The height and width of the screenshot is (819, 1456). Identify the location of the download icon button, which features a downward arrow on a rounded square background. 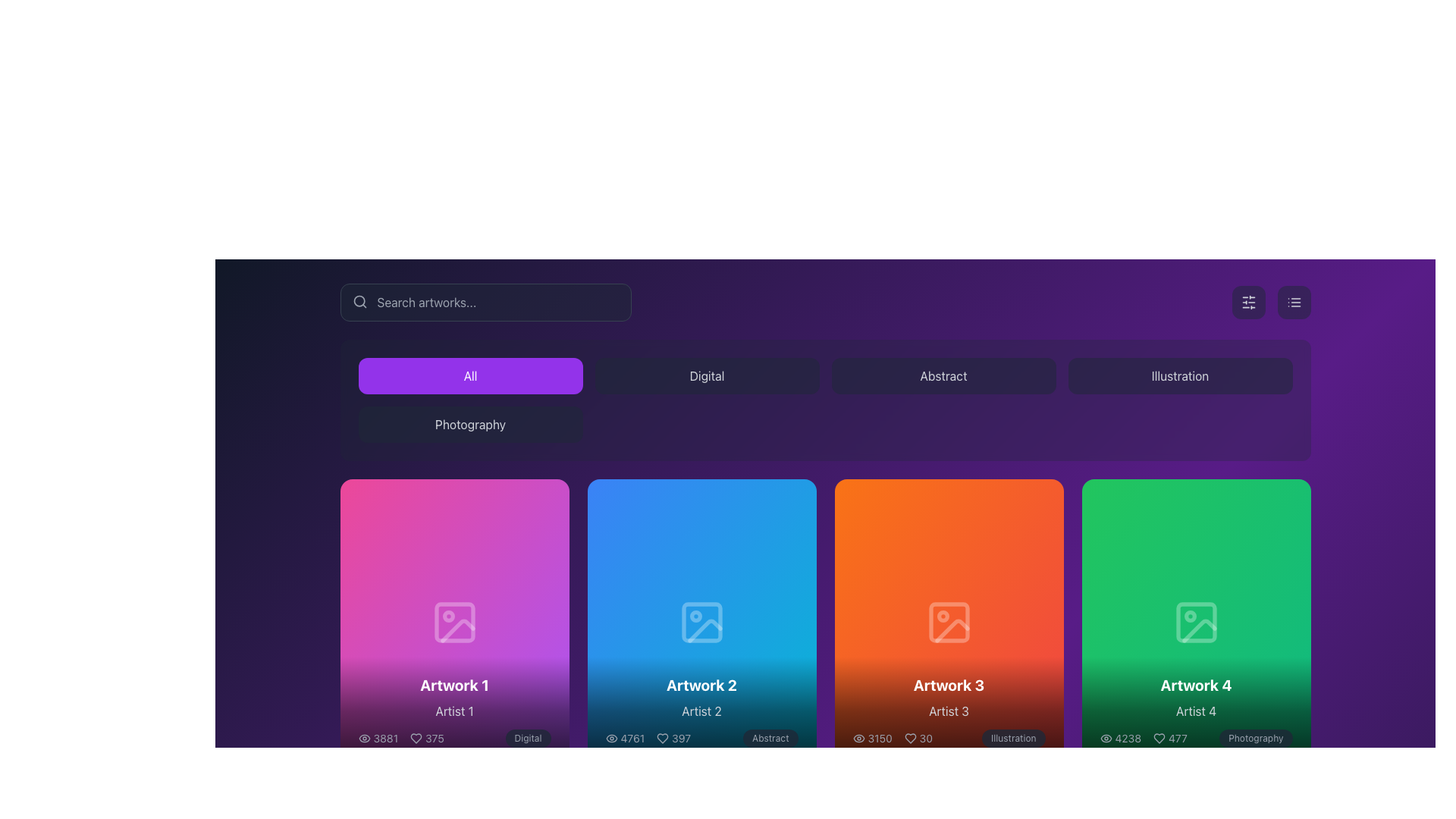
(453, 622).